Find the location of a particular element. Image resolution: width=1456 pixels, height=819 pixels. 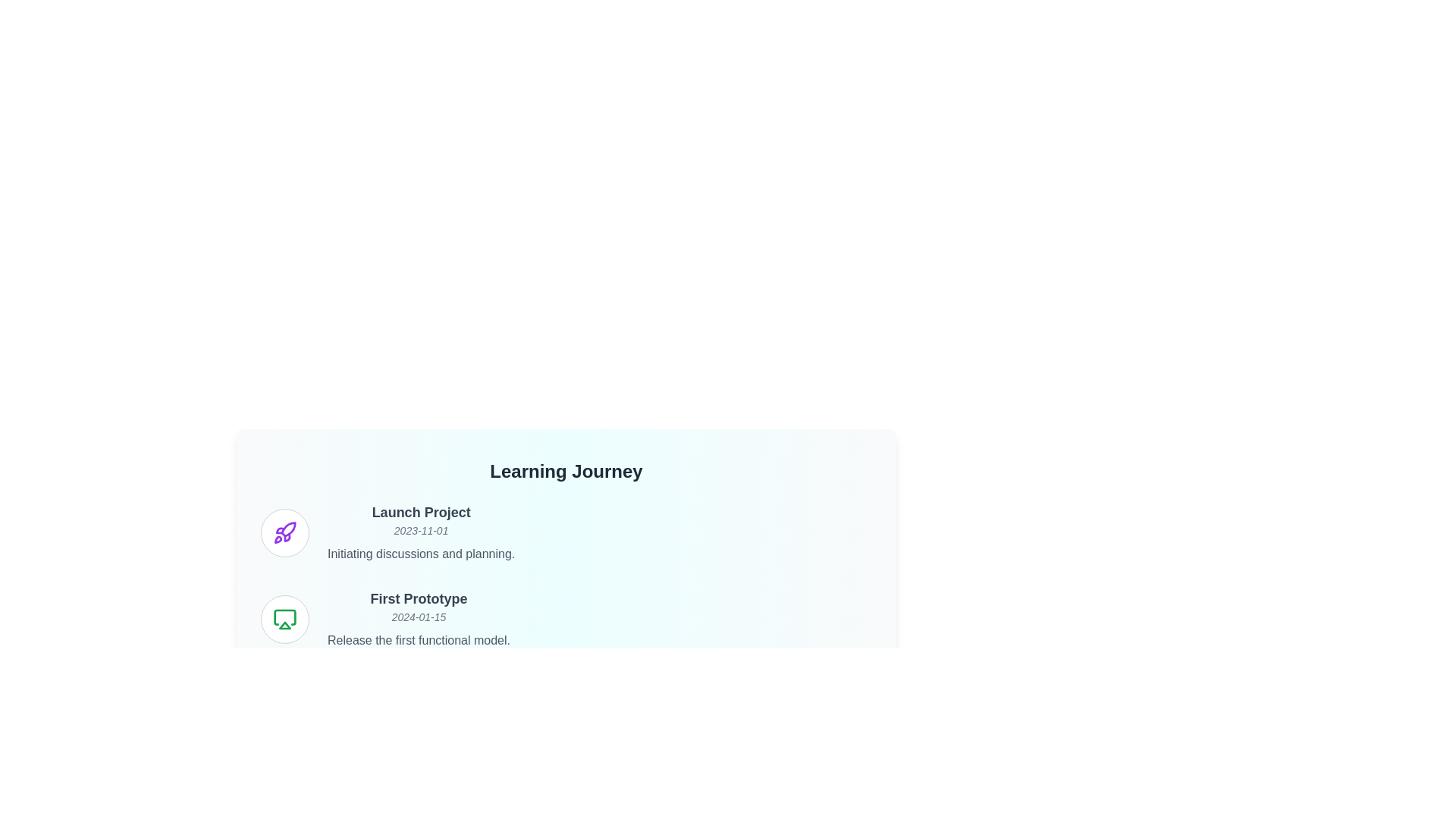

the text label that reads 'First Prototype', which is styled in bold and dark gray, located in the second row of a vertical list of milestones is located at coordinates (419, 598).